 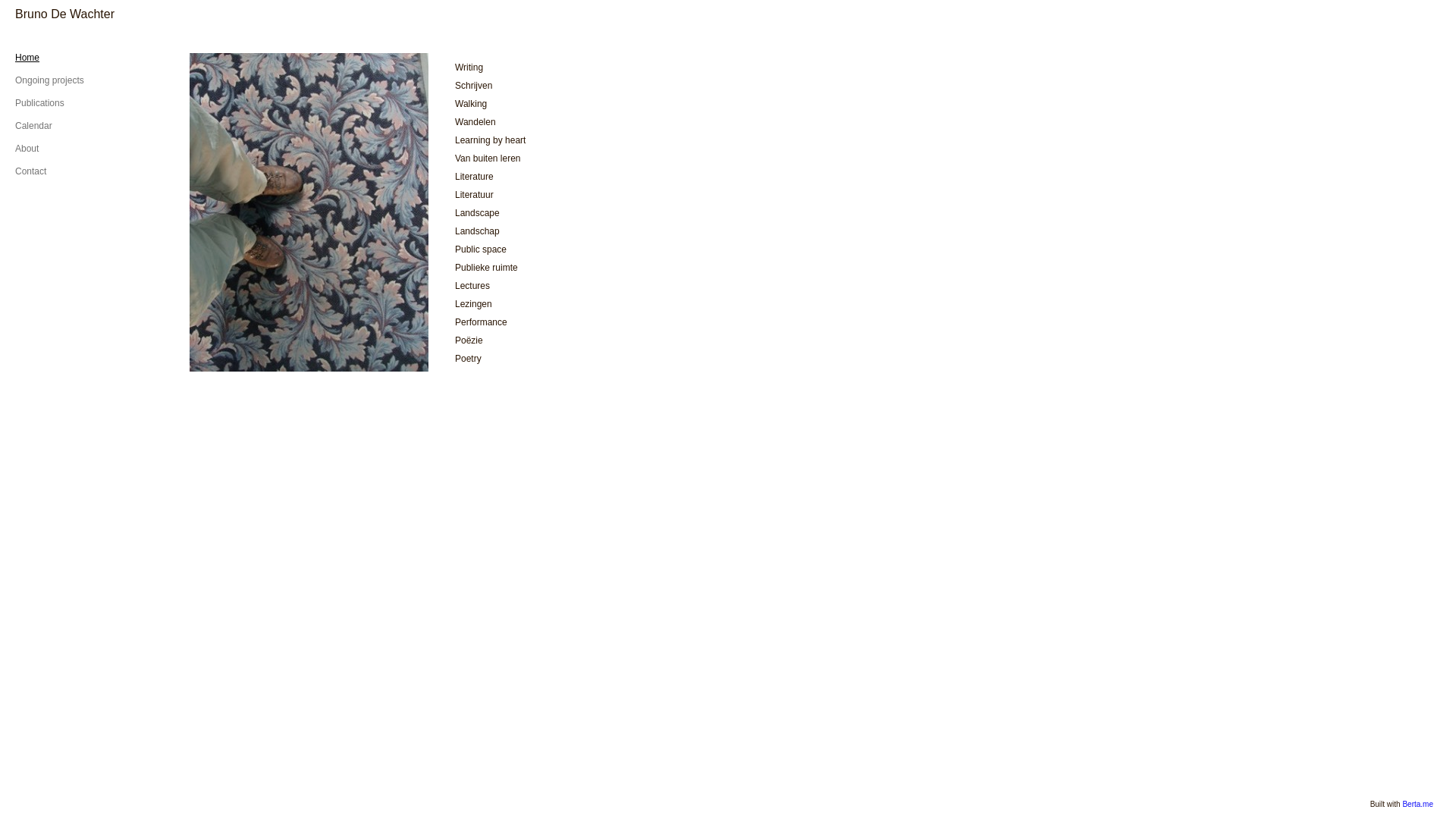 I want to click on 'About', so click(x=27, y=149).